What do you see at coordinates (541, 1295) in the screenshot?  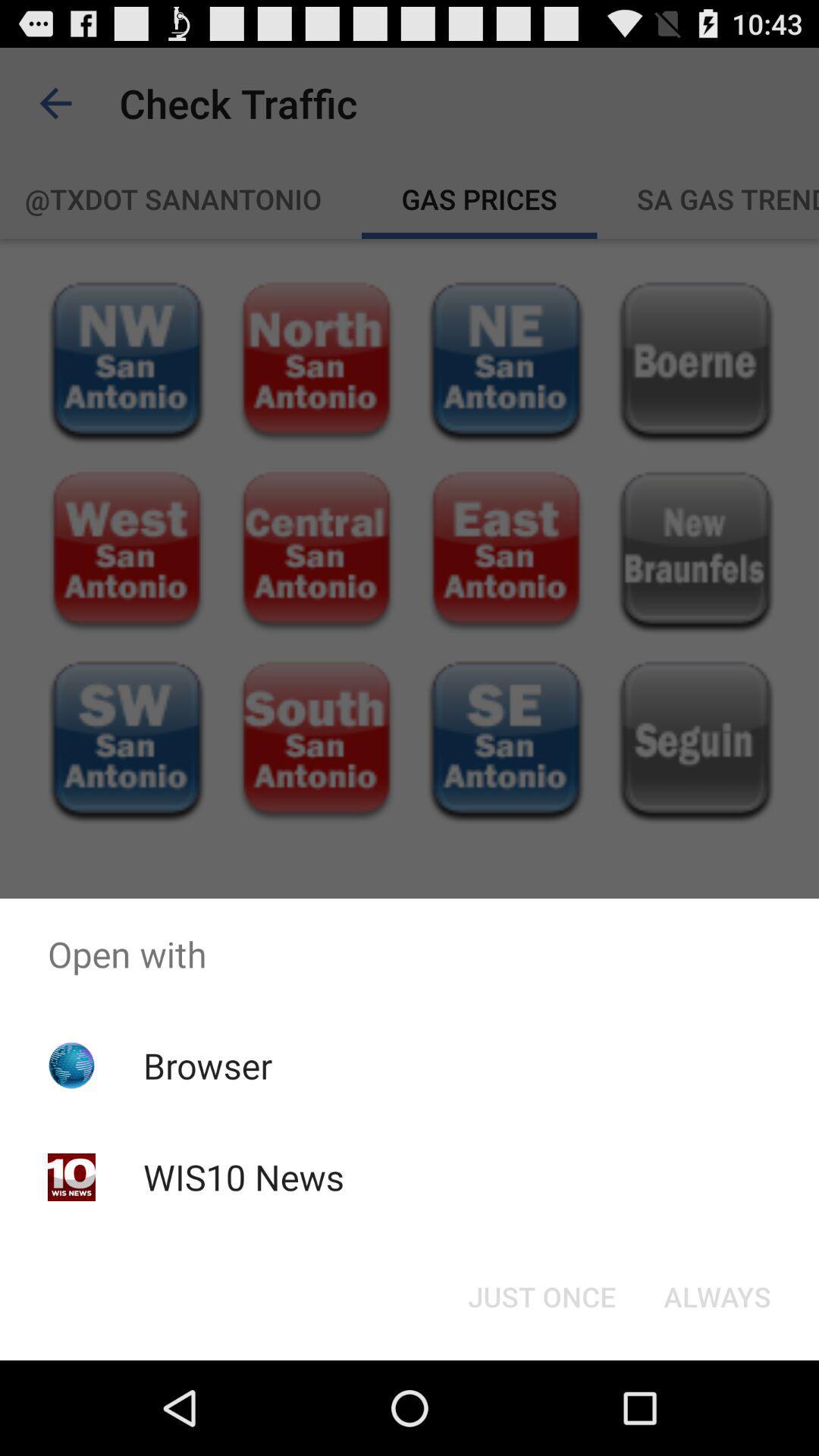 I see `just once icon` at bounding box center [541, 1295].